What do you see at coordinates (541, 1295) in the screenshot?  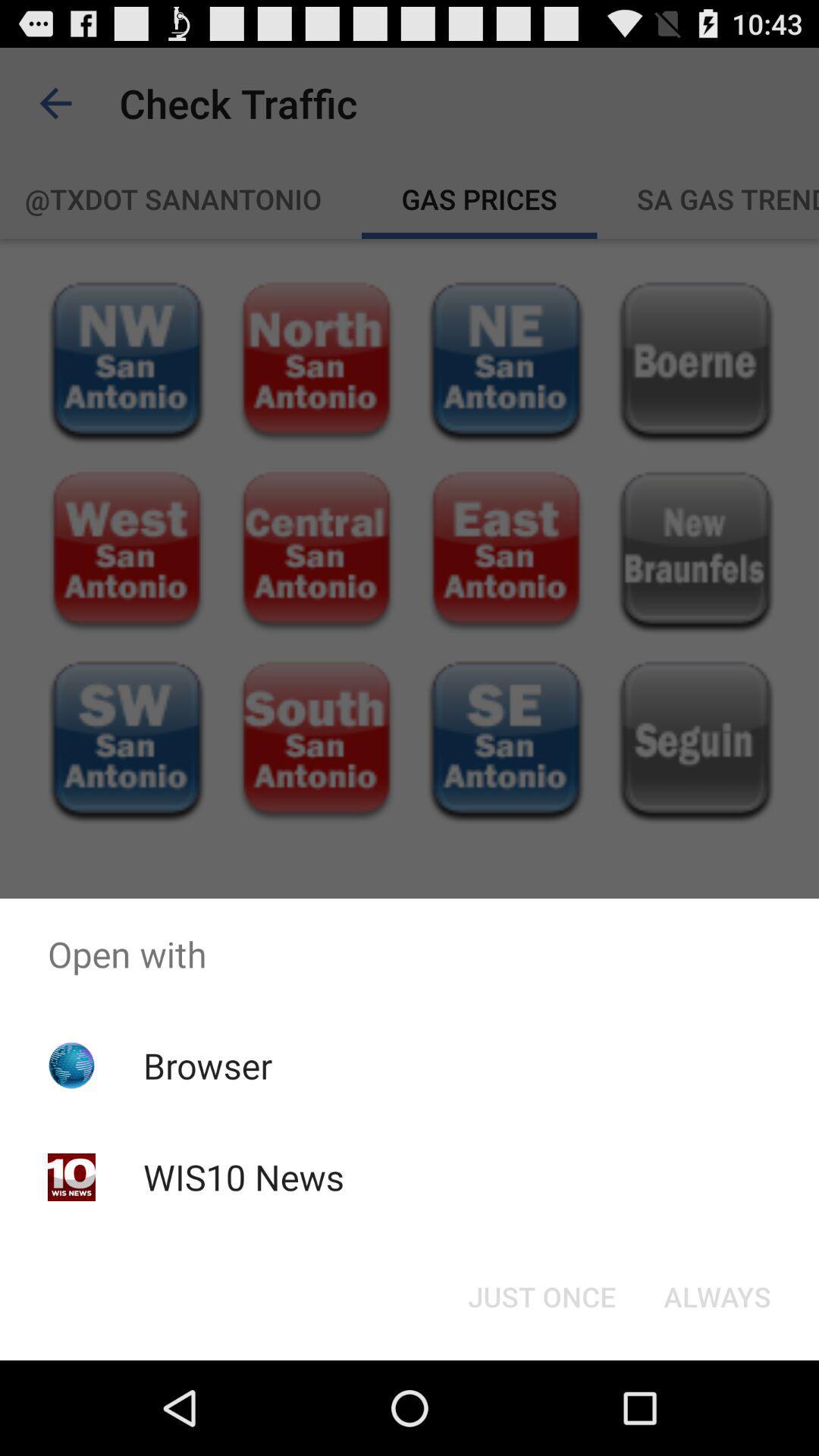 I see `just once icon` at bounding box center [541, 1295].